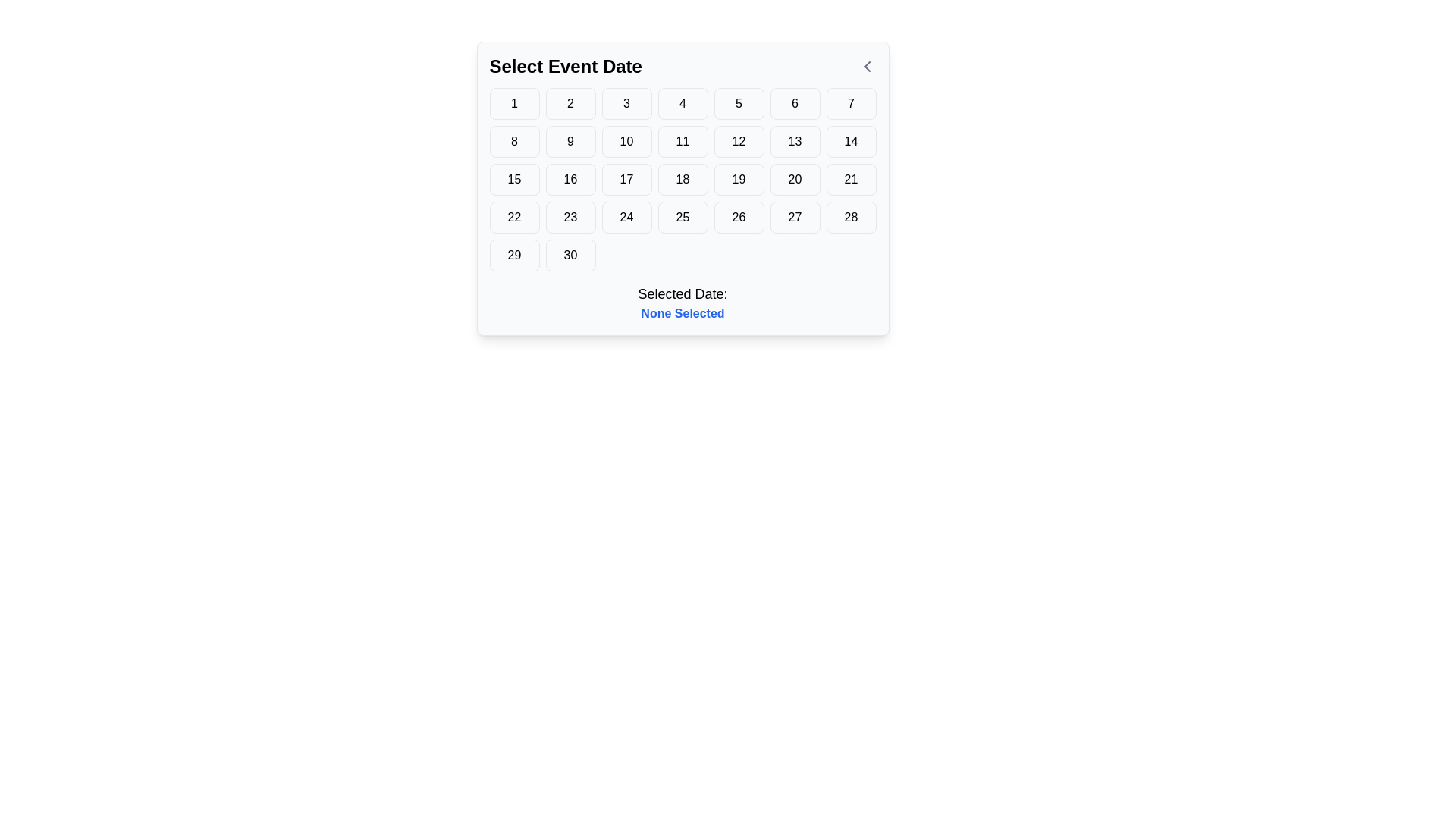 Image resolution: width=1456 pixels, height=819 pixels. Describe the element at coordinates (851, 103) in the screenshot. I see `the button representing the number '7' located in the top-right corner of the first row of a grid` at that location.